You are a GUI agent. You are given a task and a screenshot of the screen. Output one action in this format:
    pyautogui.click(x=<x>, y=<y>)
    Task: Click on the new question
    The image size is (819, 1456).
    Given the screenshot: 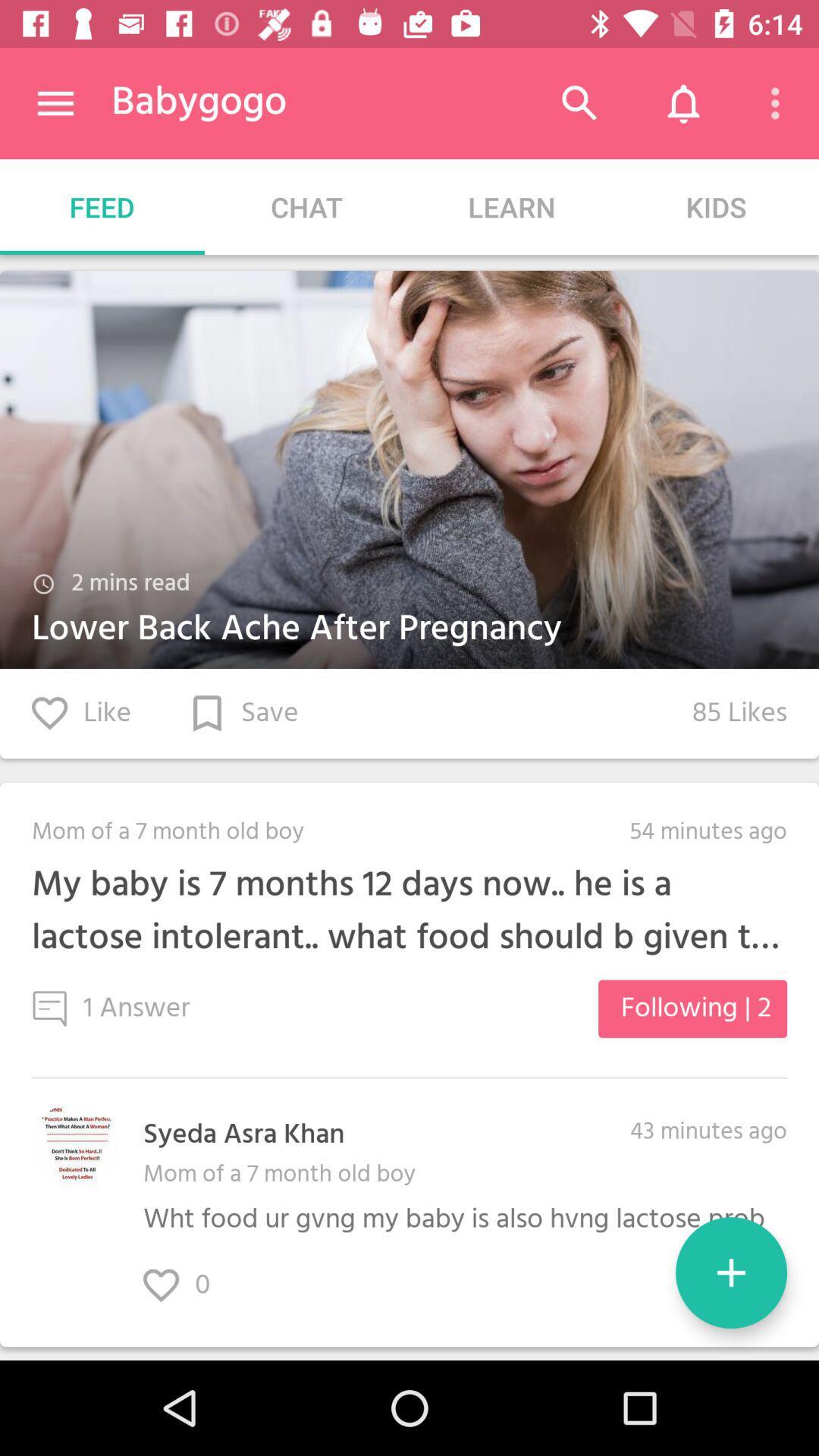 What is the action you would take?
    pyautogui.click(x=730, y=1272)
    